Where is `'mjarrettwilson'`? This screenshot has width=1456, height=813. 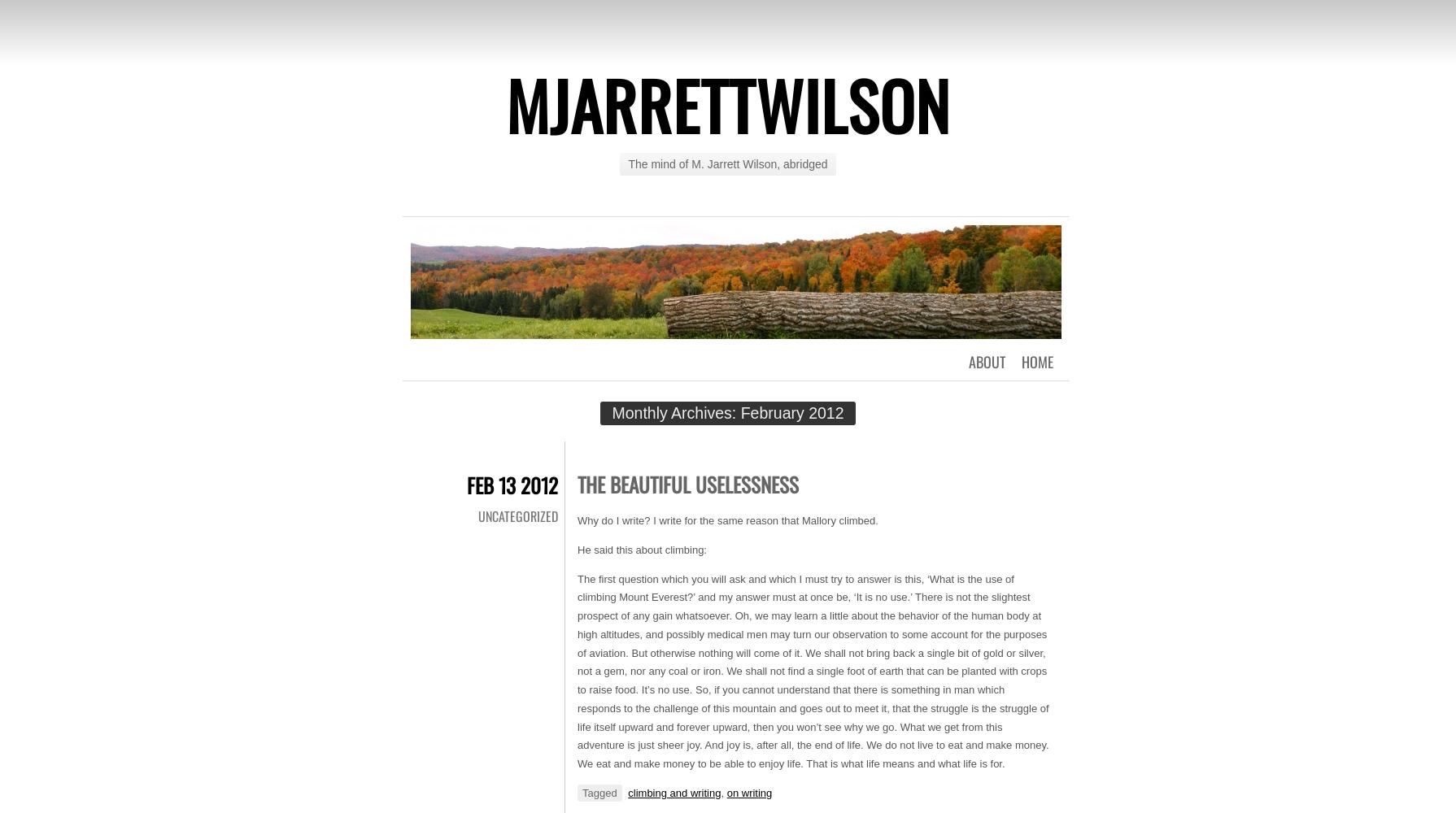
'mjarrettwilson' is located at coordinates (728, 105).